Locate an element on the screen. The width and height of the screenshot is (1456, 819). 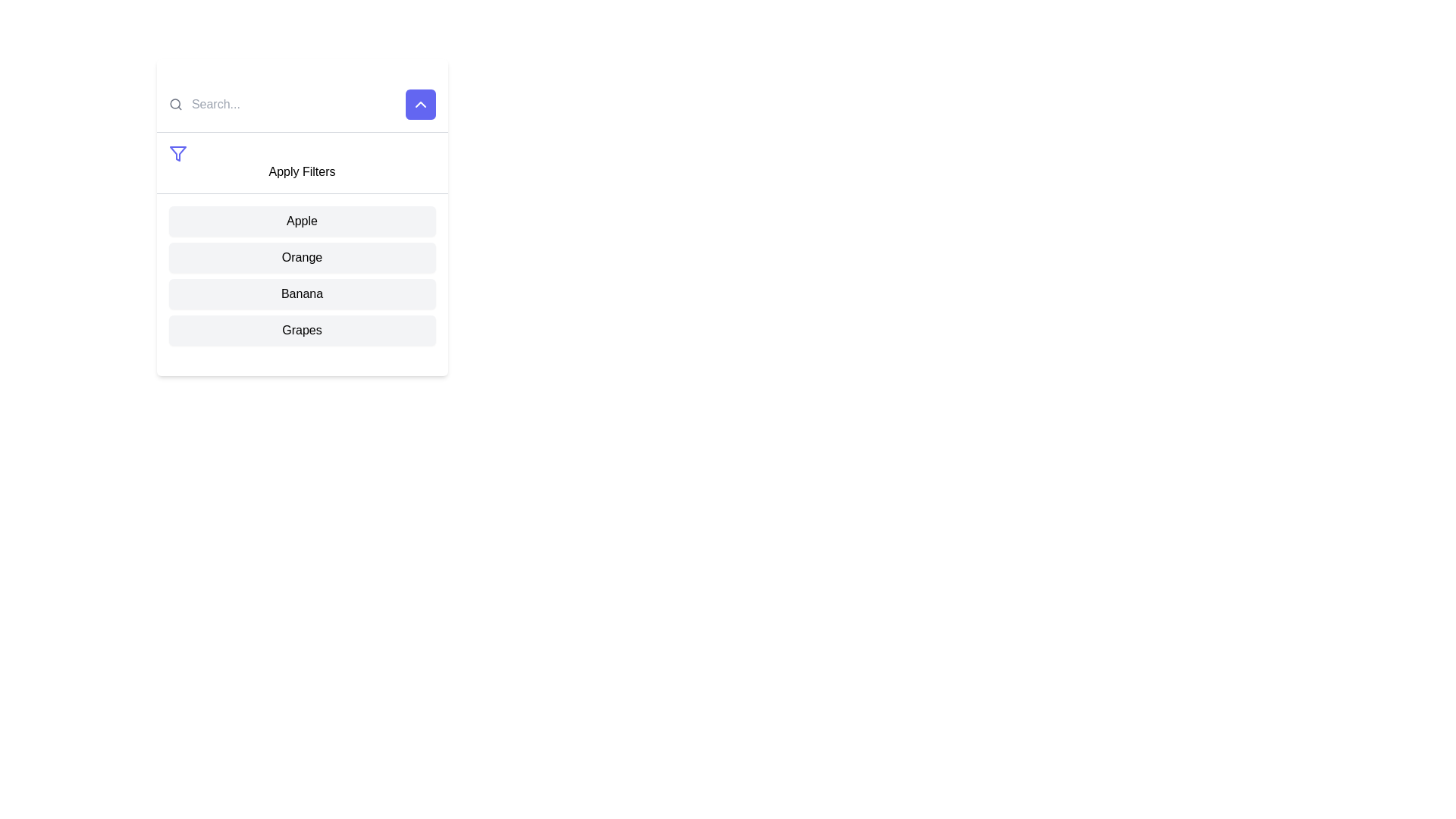
the search icon by clicking on the filled circle element that is part of the search icon located in the top left corner of the UI is located at coordinates (174, 103).